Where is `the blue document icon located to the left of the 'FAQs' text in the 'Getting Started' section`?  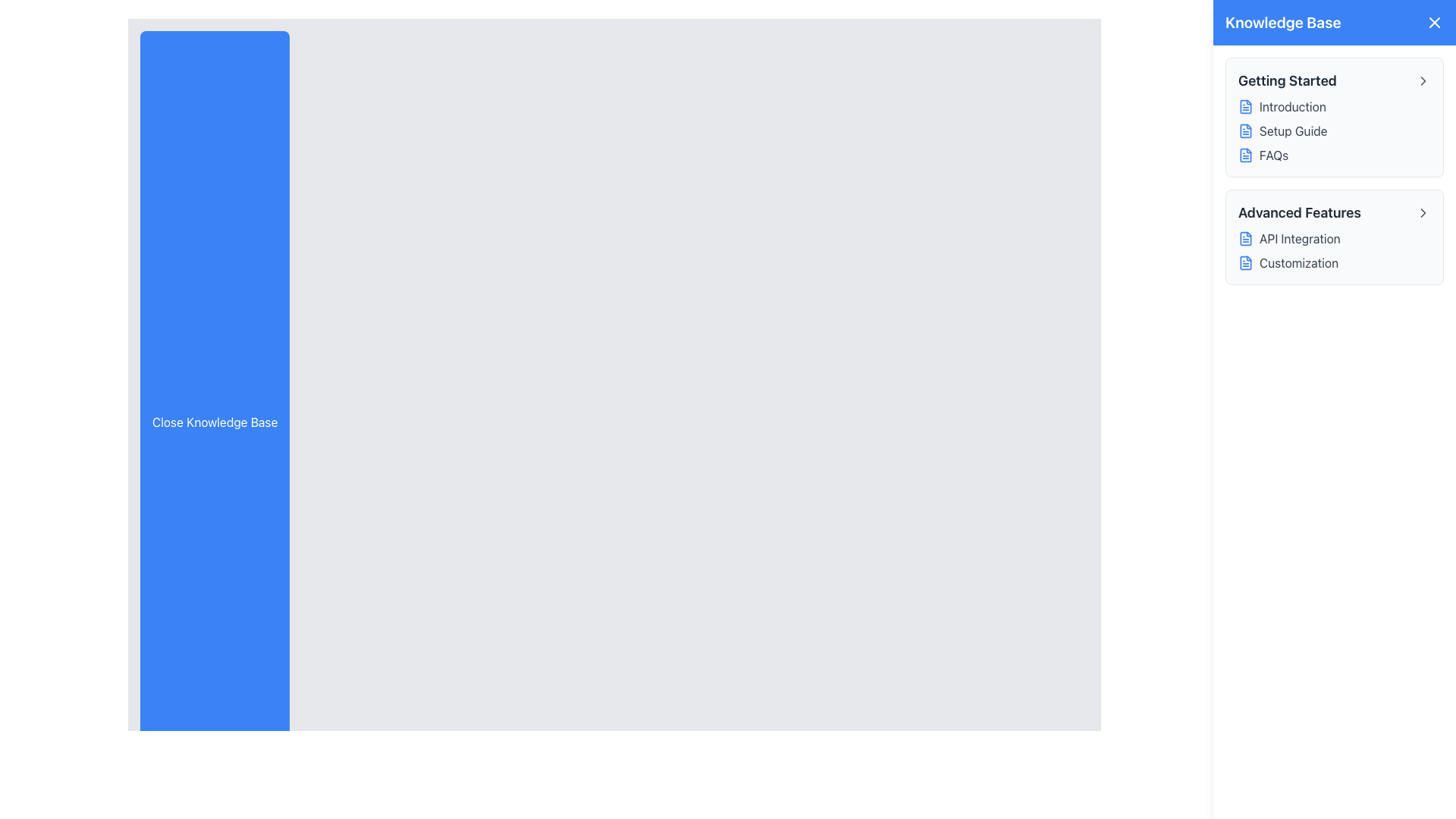
the blue document icon located to the left of the 'FAQs' text in the 'Getting Started' section is located at coordinates (1245, 155).